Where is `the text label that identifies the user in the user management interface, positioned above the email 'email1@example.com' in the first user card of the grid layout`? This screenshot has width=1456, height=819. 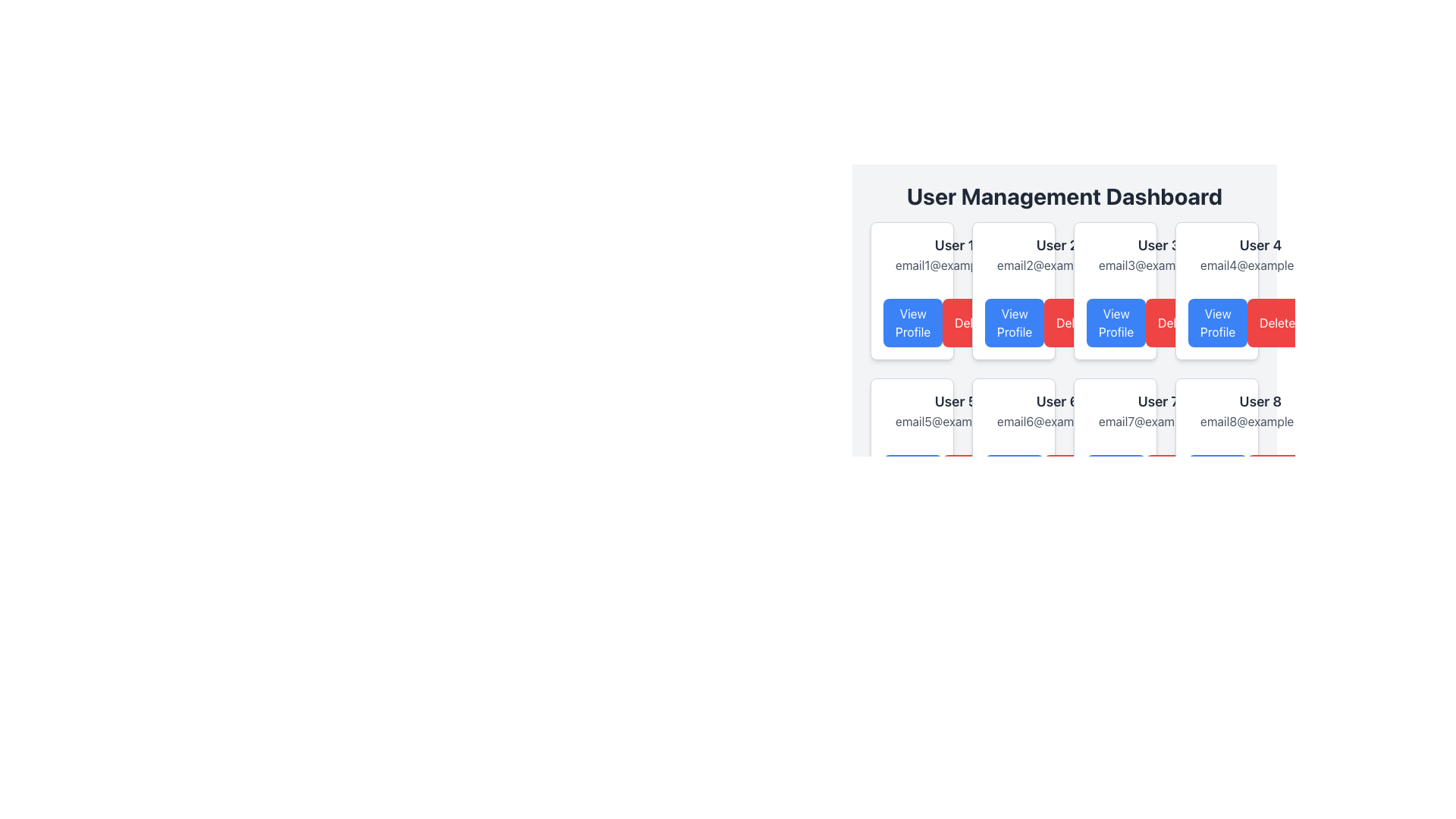
the text label that identifies the user in the user management interface, positioned above the email 'email1@example.com' in the first user card of the grid layout is located at coordinates (953, 245).